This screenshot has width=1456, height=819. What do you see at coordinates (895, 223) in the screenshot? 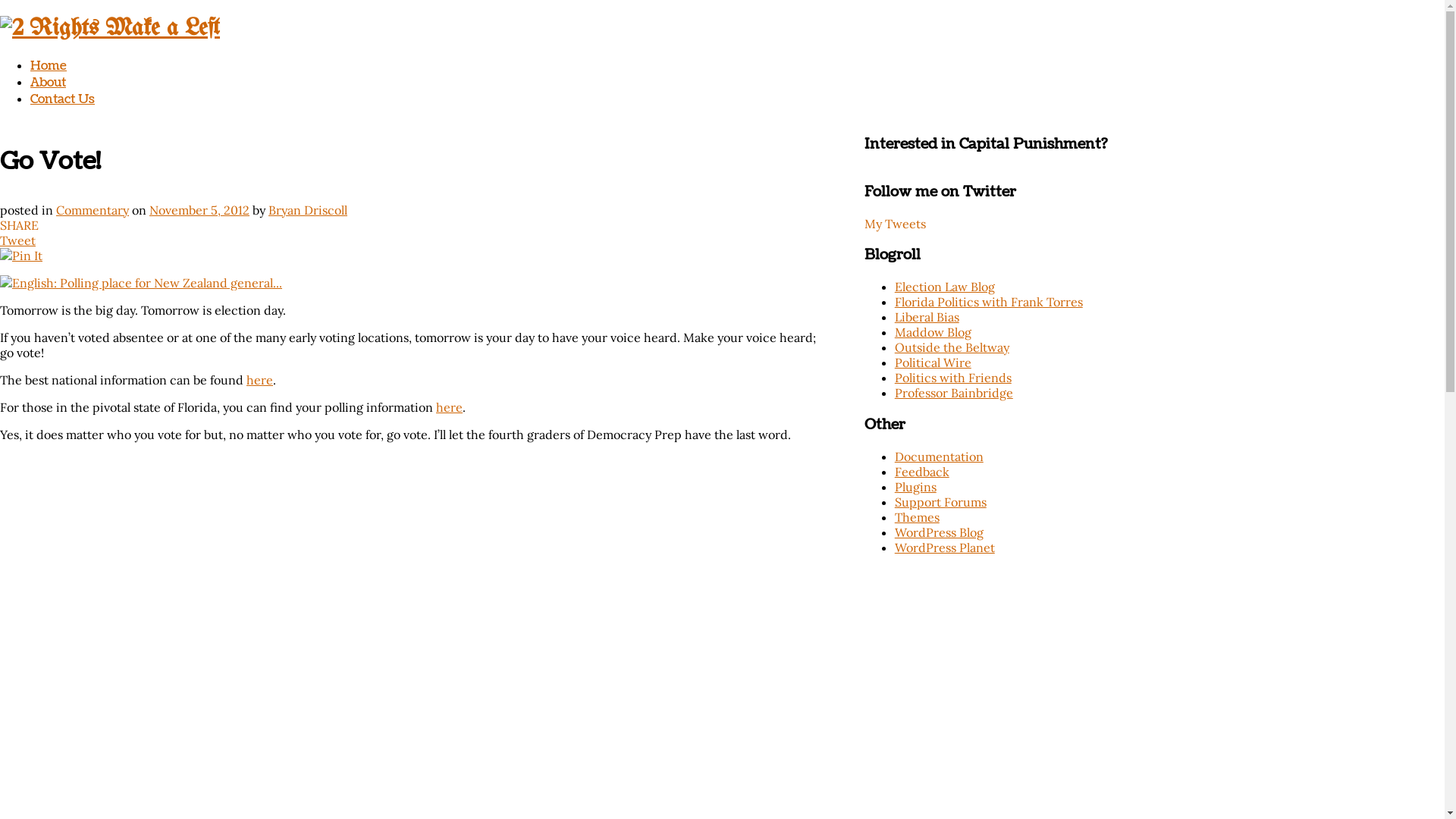
I see `'My Tweets'` at bounding box center [895, 223].